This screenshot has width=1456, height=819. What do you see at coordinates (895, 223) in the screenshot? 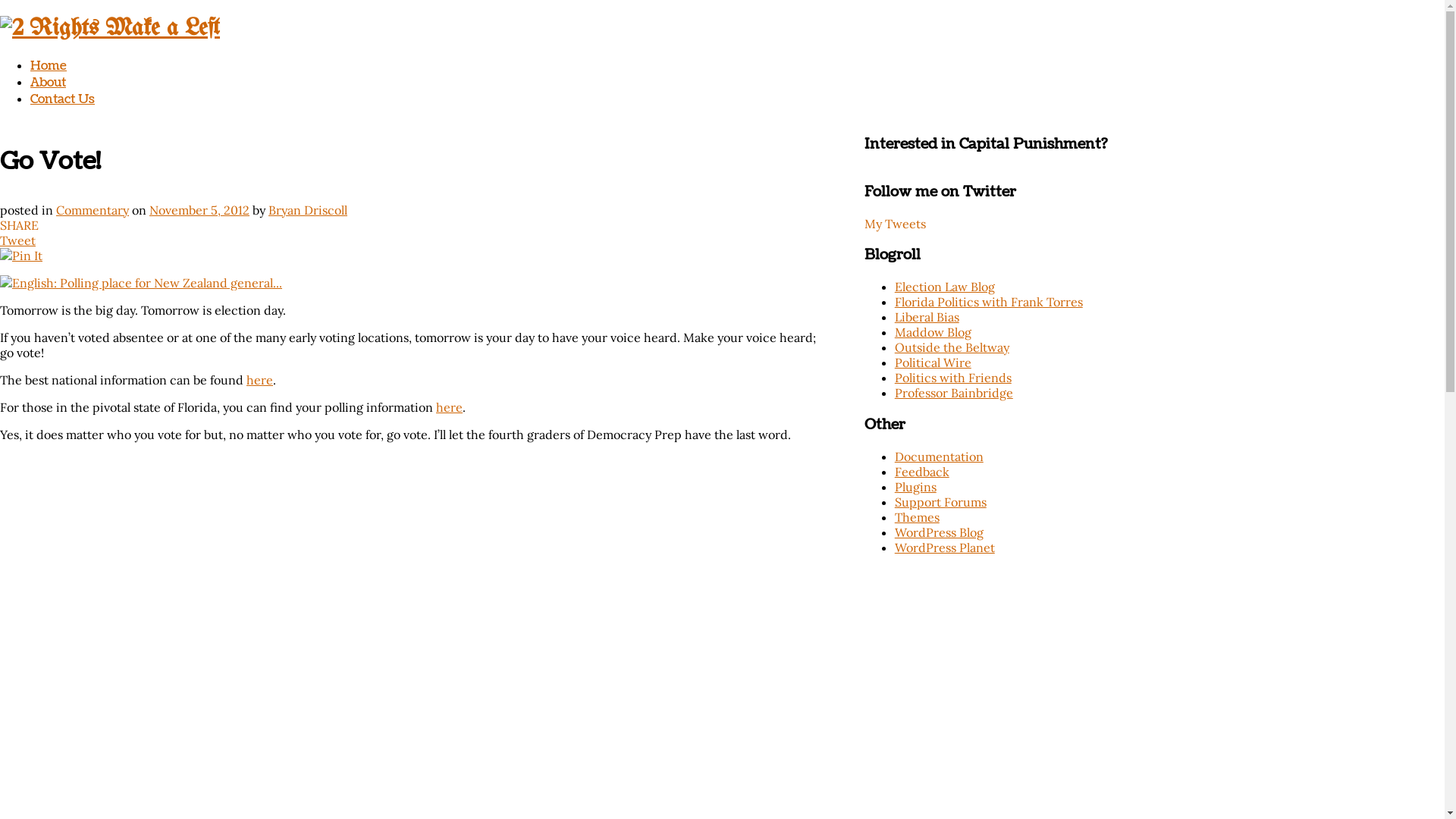
I see `'My Tweets'` at bounding box center [895, 223].